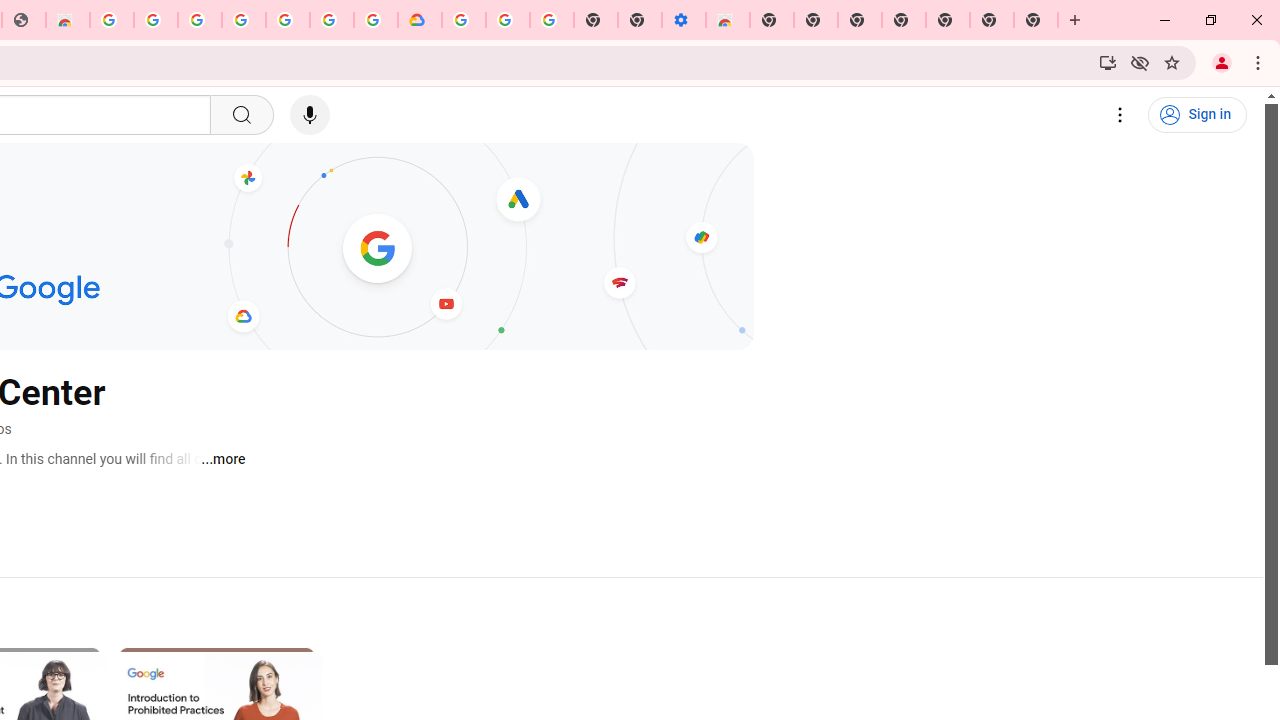 This screenshot has width=1280, height=720. Describe the element at coordinates (199, 20) in the screenshot. I see `'Sign in - Google Accounts'` at that location.